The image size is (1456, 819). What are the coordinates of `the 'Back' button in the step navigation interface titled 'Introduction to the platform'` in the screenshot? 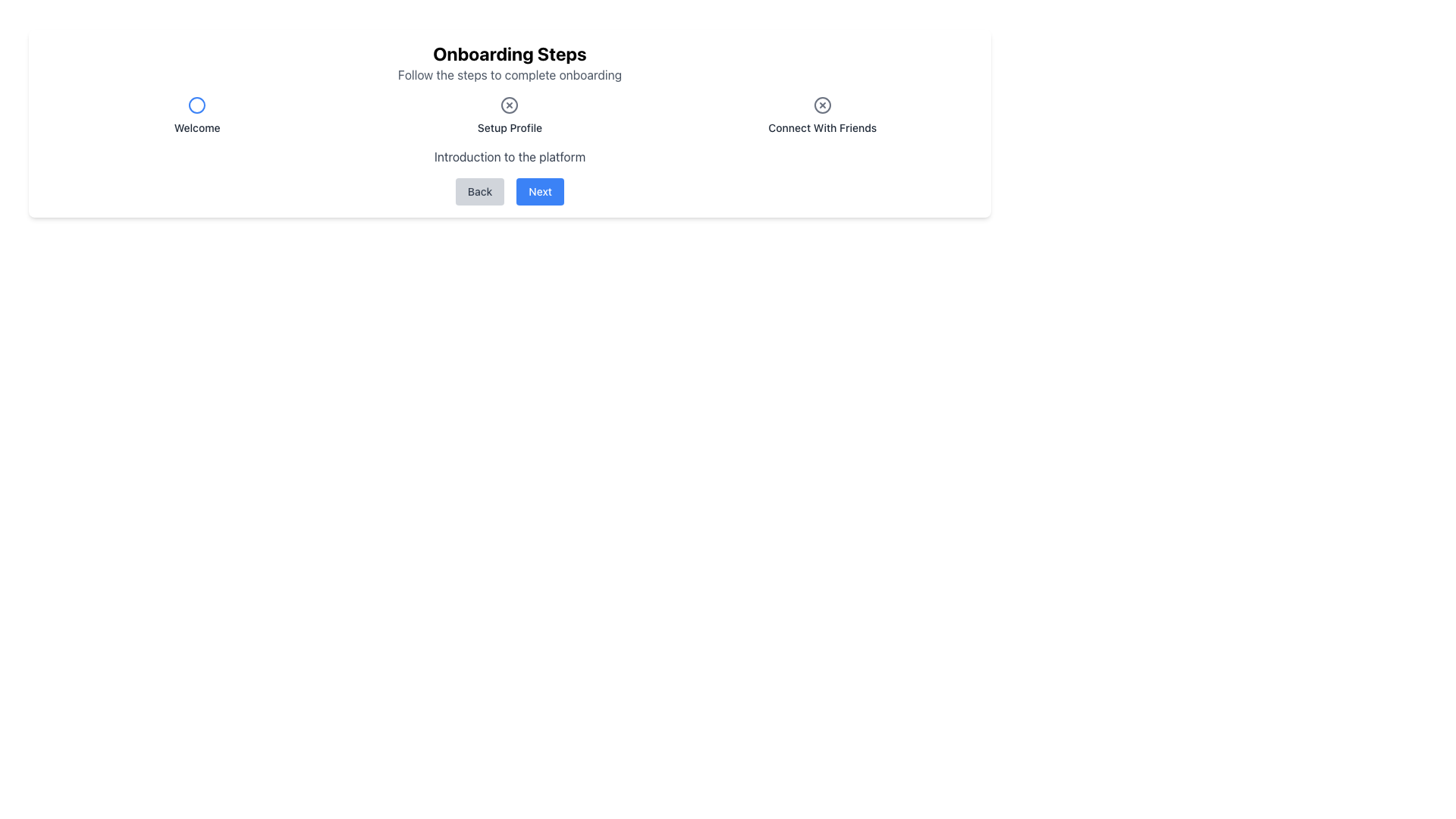 It's located at (510, 175).